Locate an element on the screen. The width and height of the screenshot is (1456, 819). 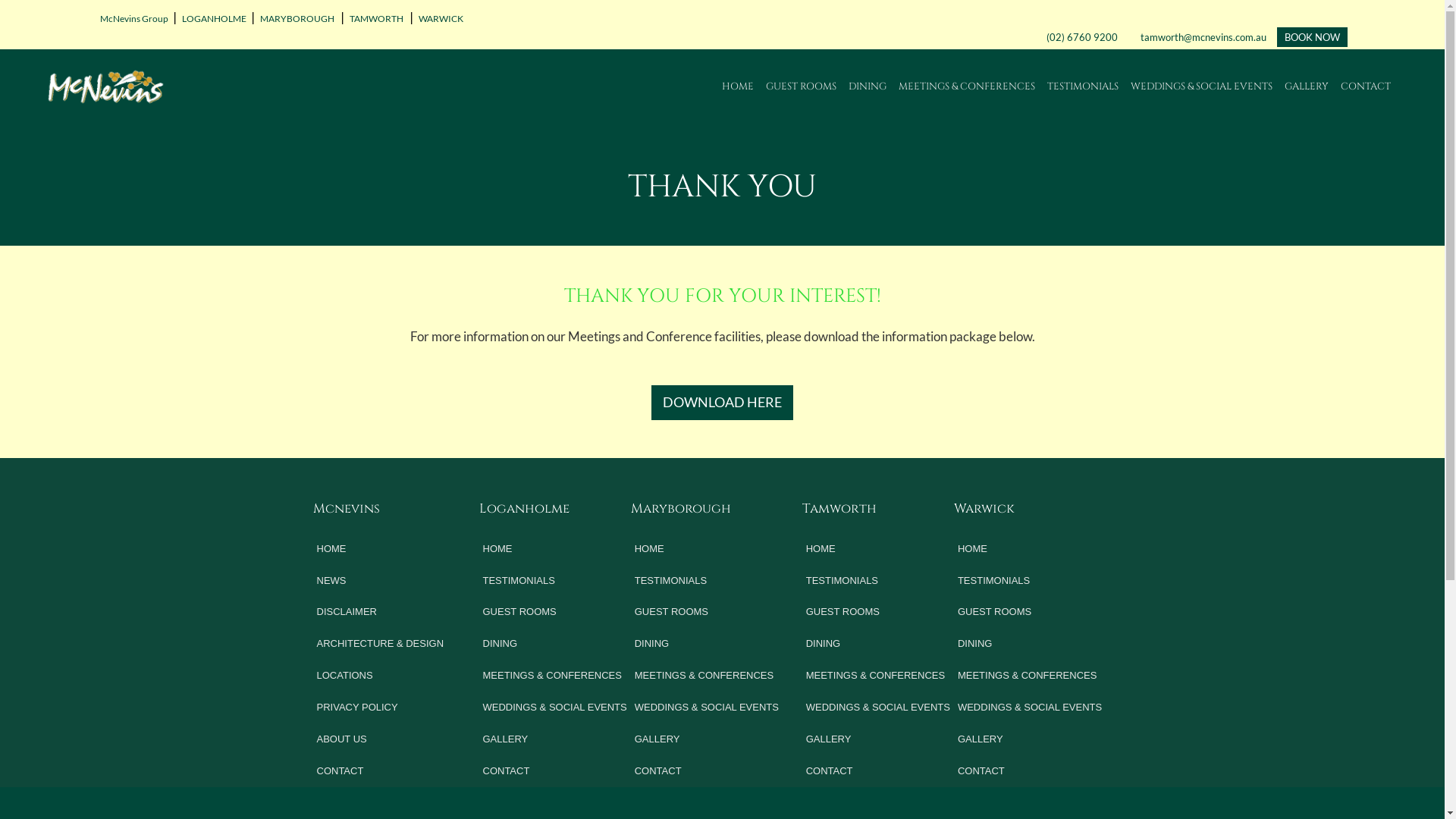
'TESTIMONIALS' is located at coordinates (556, 580).